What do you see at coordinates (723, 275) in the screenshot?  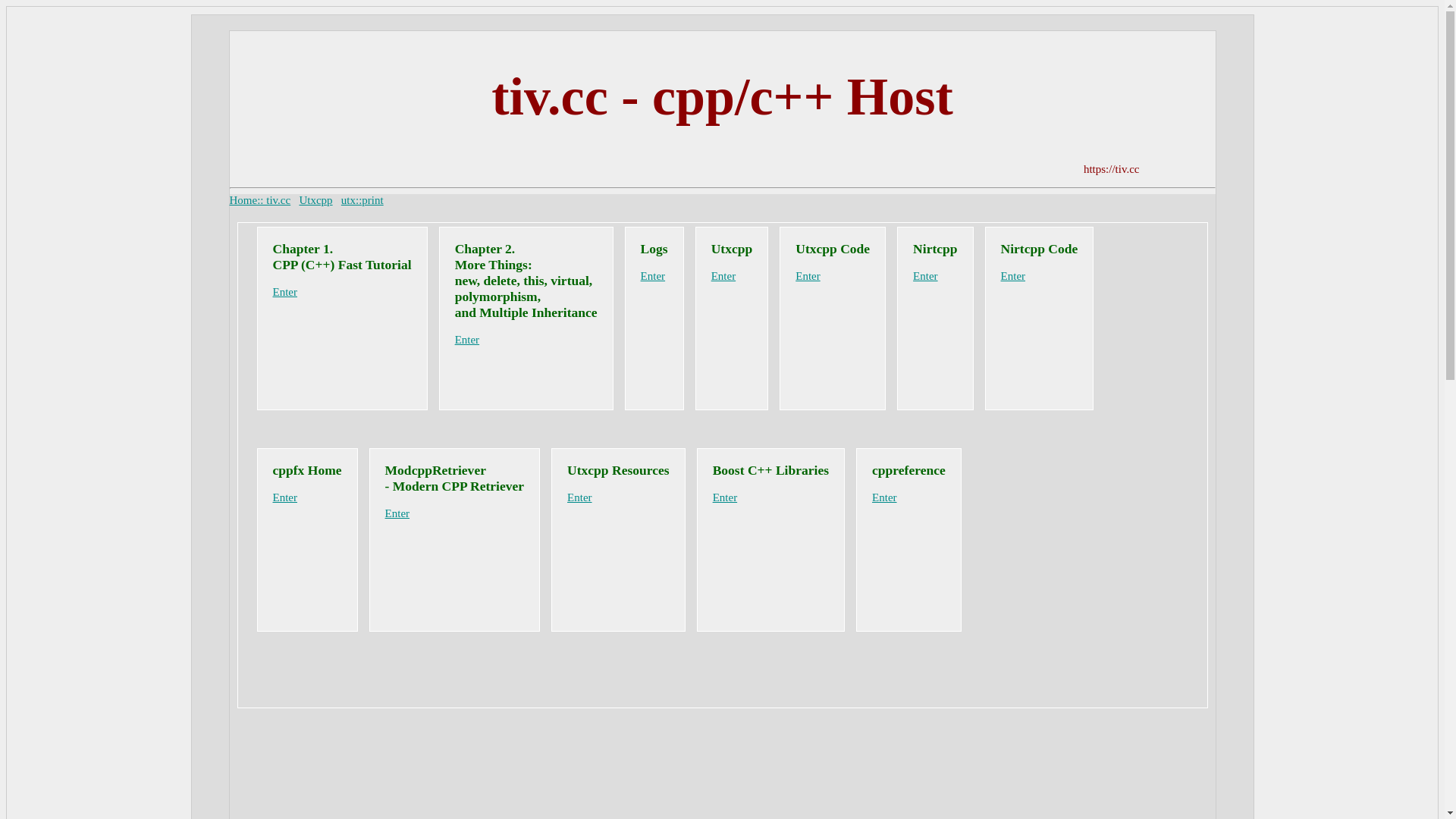 I see `'Enter'` at bounding box center [723, 275].